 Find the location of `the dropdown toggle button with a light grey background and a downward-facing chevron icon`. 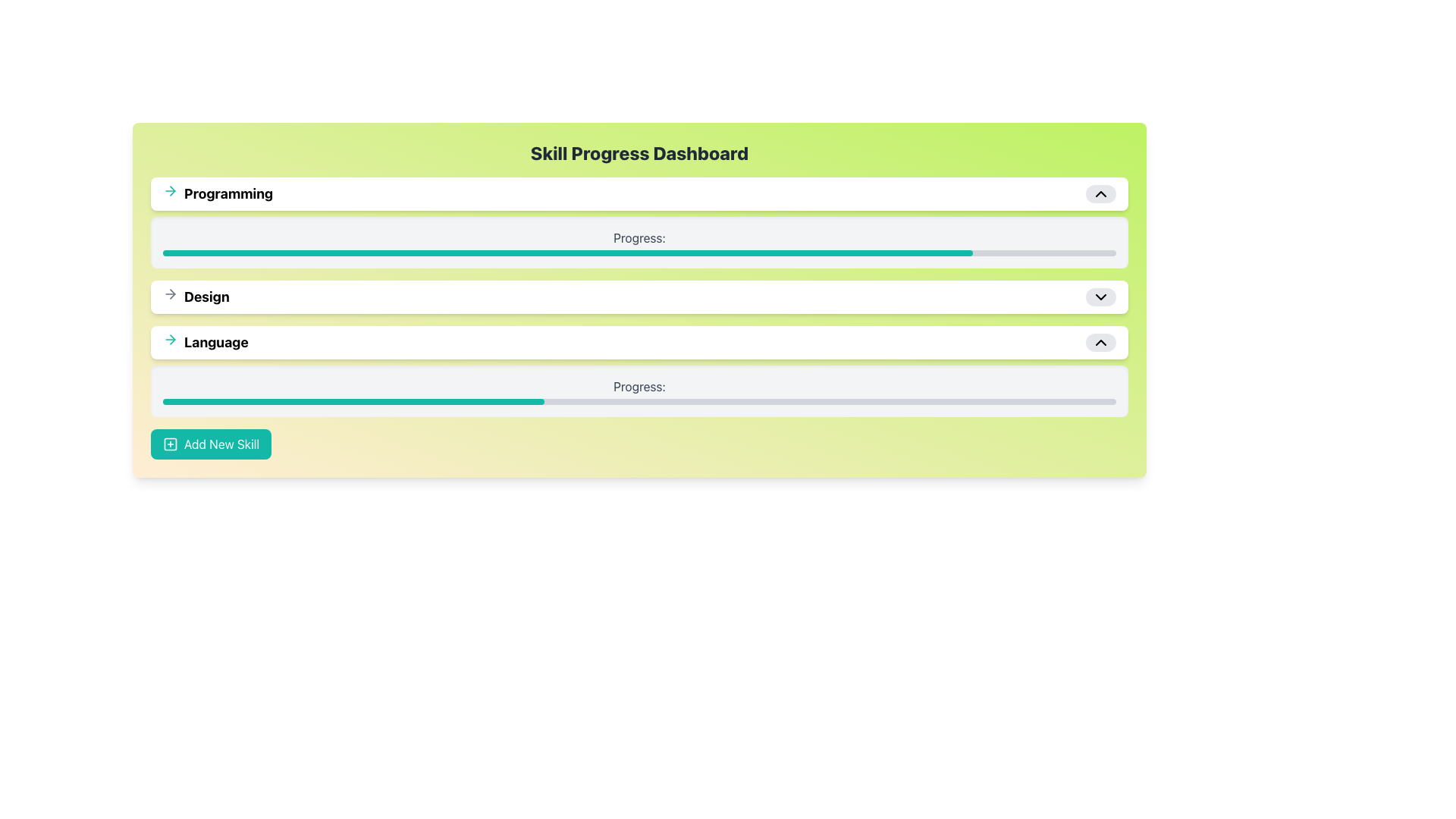

the dropdown toggle button with a light grey background and a downward-facing chevron icon is located at coordinates (1100, 297).